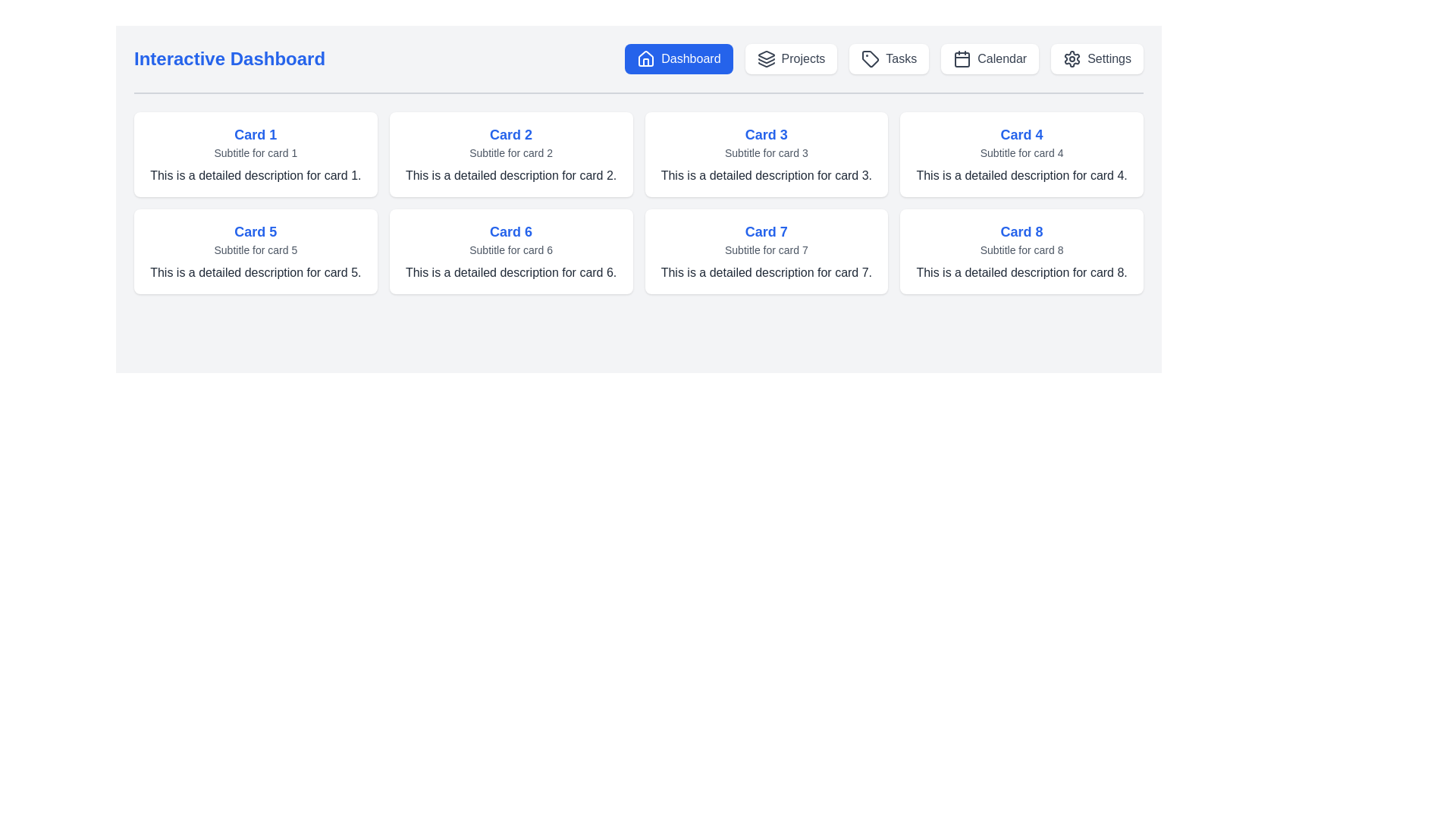 This screenshot has width=1456, height=819. Describe the element at coordinates (990, 58) in the screenshot. I see `the 'Calendar' button with a white background and a calendar icon located in the navigation bar, which is the fourth button from the left` at that location.